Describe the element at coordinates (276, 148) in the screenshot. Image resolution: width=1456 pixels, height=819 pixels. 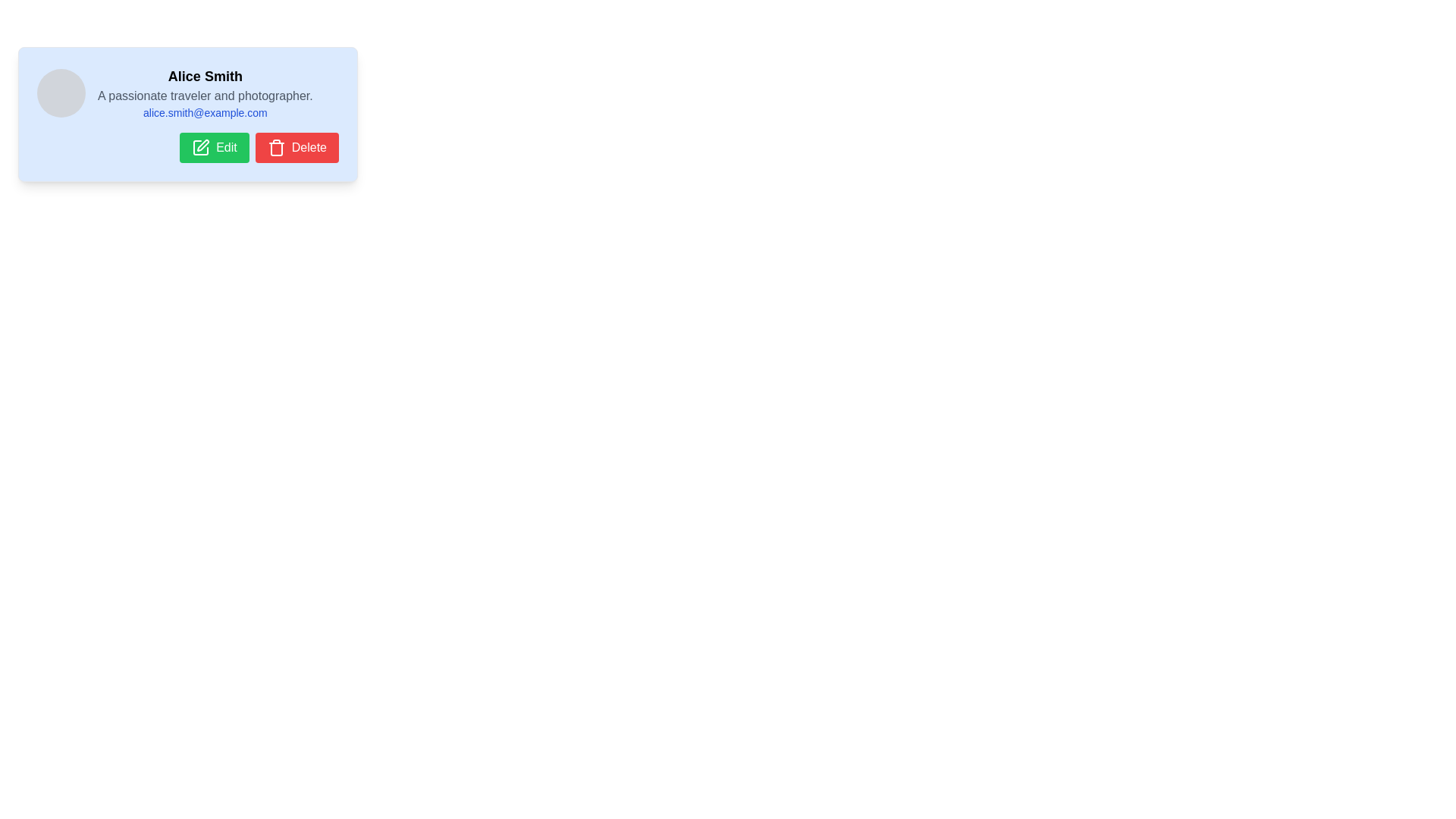
I see `the trash bin icon located to the left of the 'Delete' label` at that location.